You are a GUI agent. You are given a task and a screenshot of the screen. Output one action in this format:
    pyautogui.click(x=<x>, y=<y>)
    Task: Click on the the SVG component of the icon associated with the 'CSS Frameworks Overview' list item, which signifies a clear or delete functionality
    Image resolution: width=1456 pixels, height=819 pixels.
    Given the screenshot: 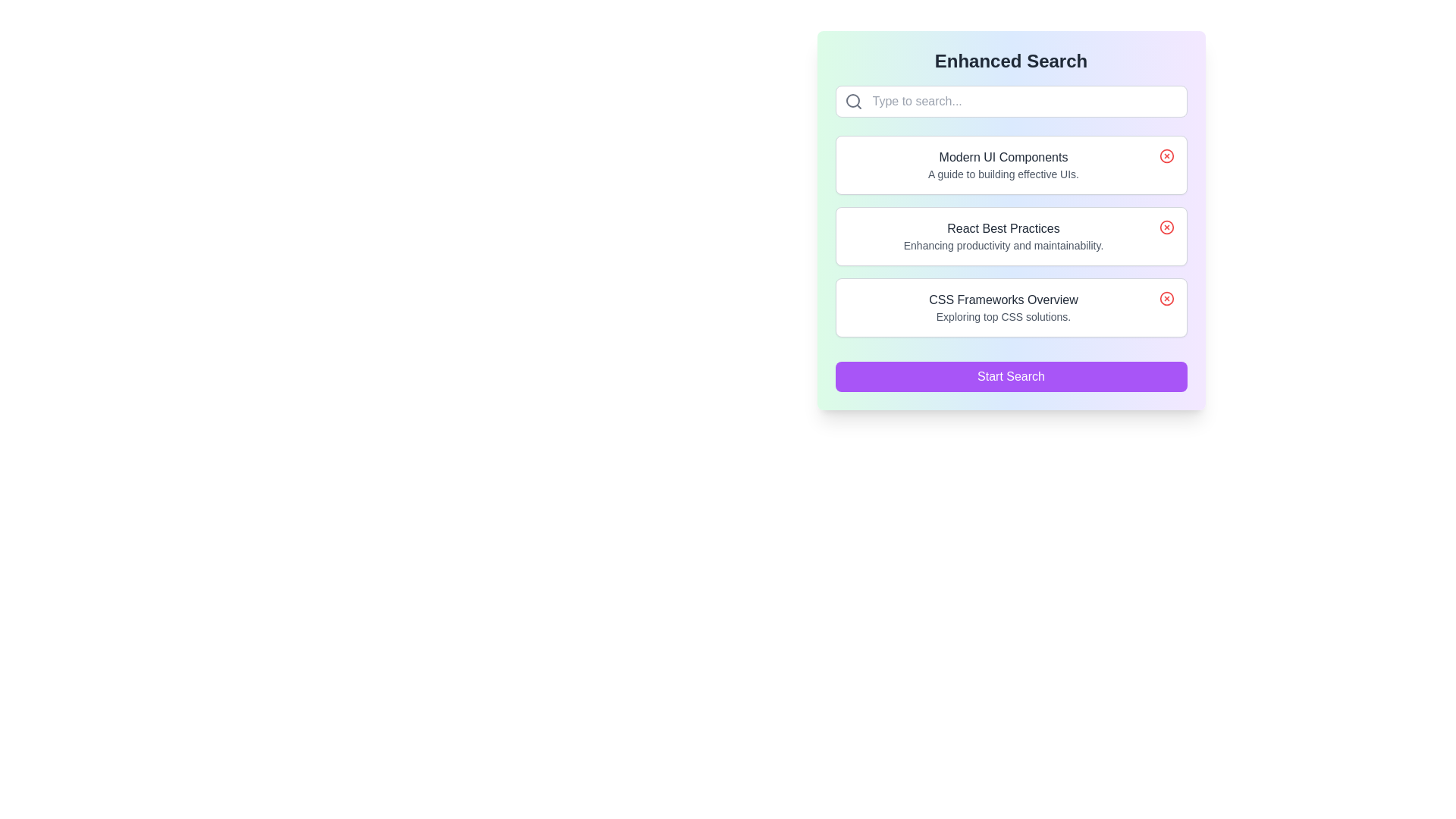 What is the action you would take?
    pyautogui.click(x=1166, y=298)
    